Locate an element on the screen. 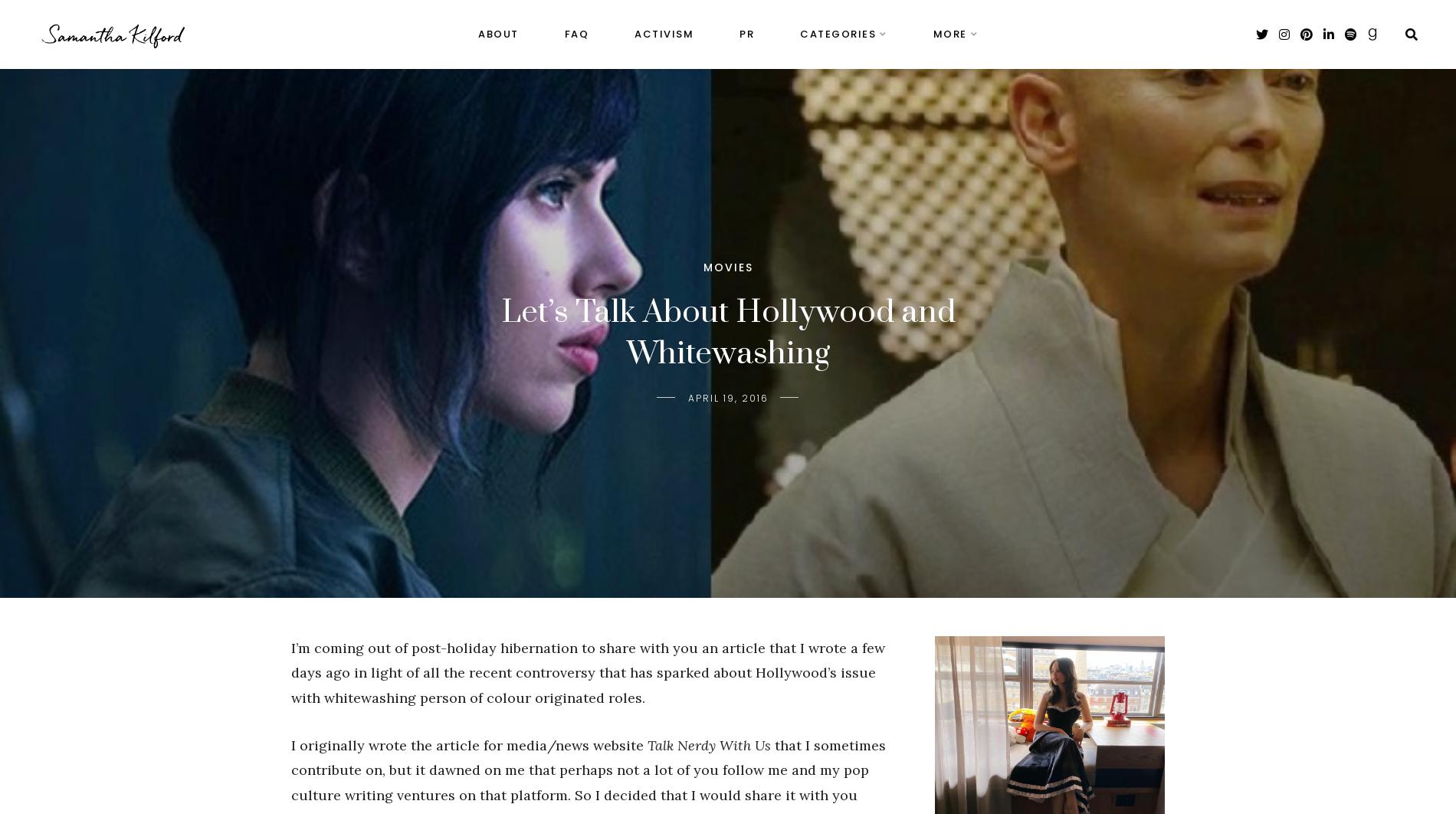 The height and width of the screenshot is (814, 1456). 'Let’s Talk About Hollywood and Whitewashing' is located at coordinates (726, 332).